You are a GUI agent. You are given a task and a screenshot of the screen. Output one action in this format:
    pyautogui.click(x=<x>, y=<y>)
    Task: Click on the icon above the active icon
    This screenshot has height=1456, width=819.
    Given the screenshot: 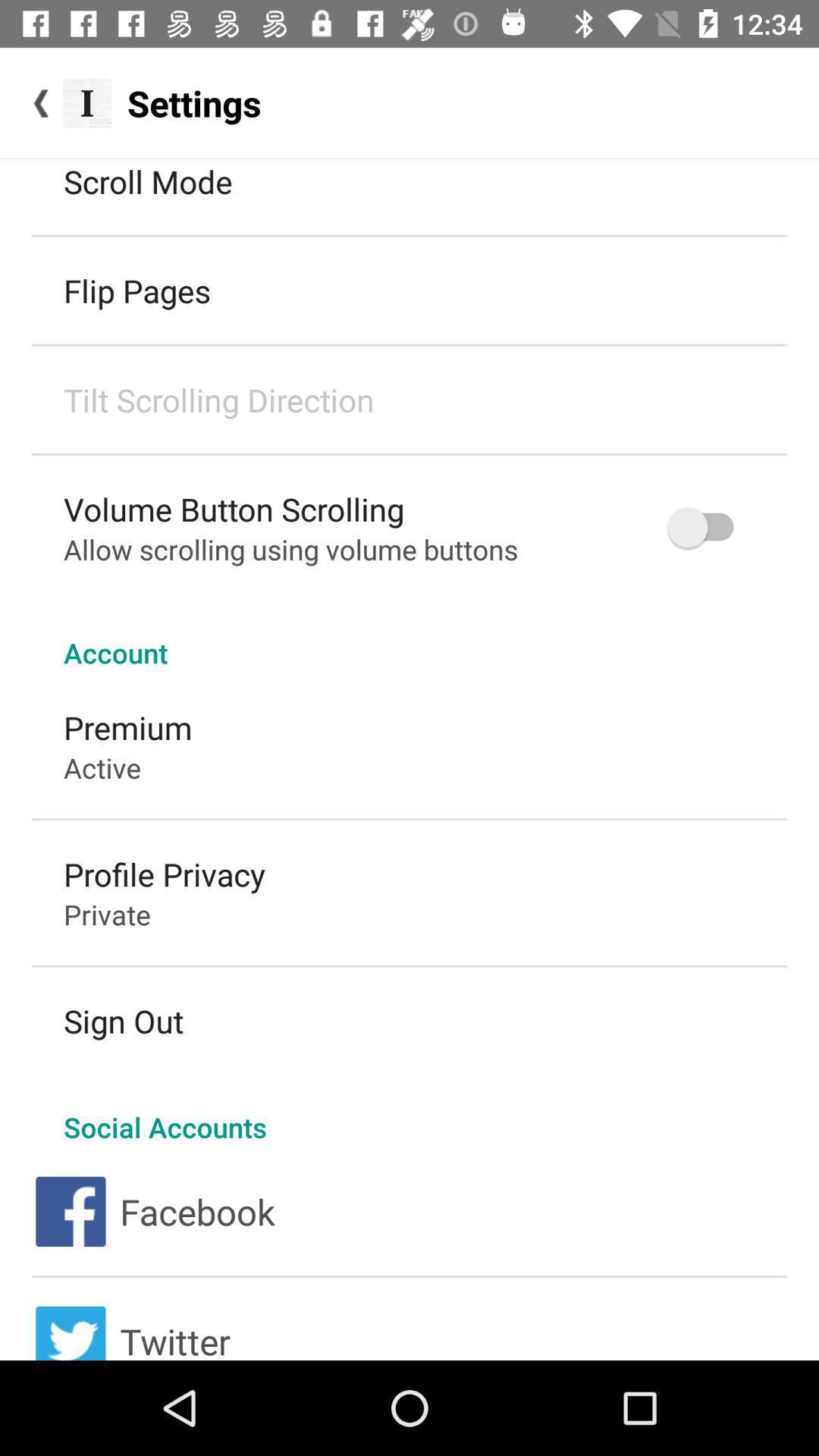 What is the action you would take?
    pyautogui.click(x=127, y=726)
    